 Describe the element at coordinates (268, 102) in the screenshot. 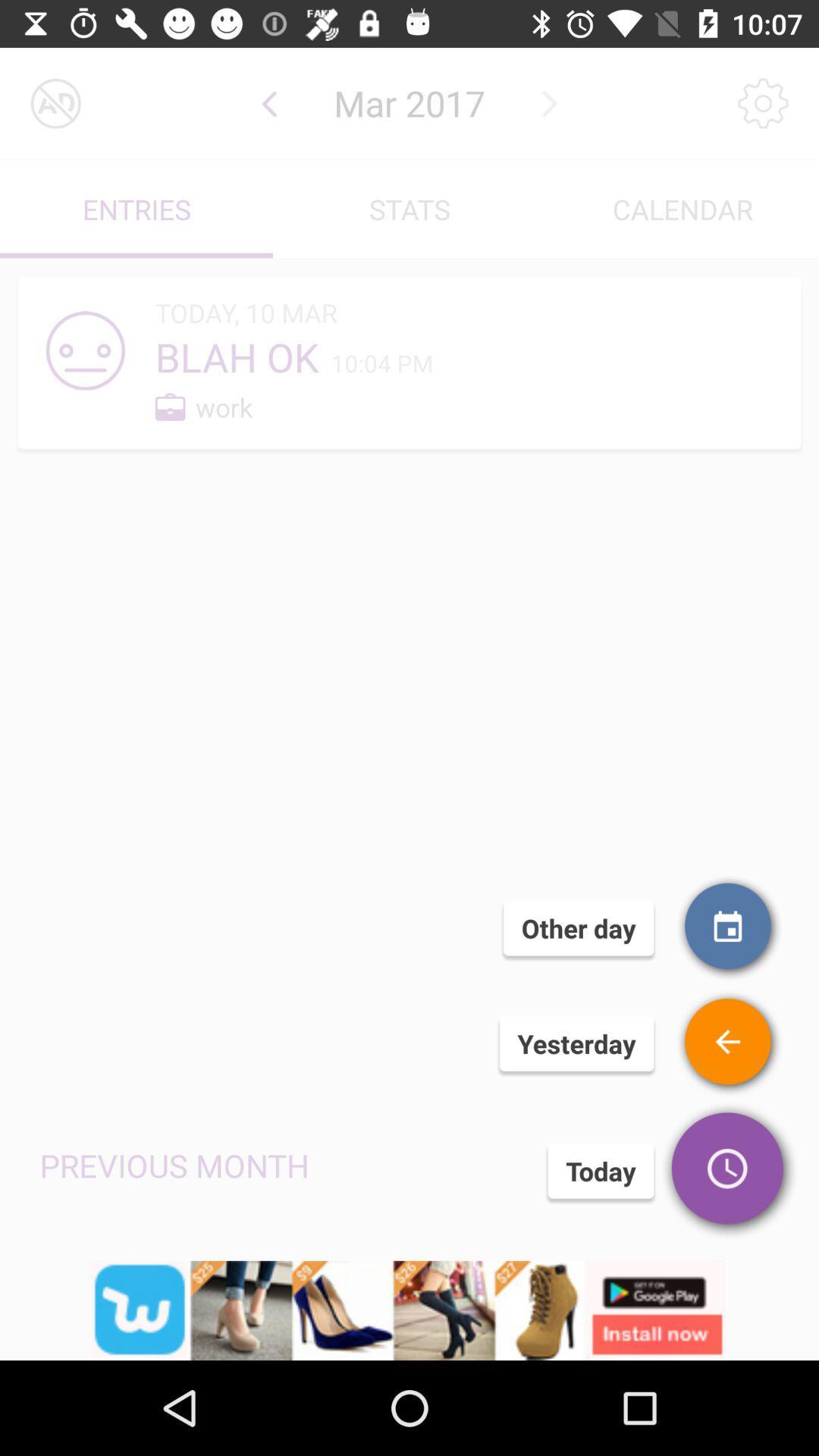

I see `previous date` at that location.